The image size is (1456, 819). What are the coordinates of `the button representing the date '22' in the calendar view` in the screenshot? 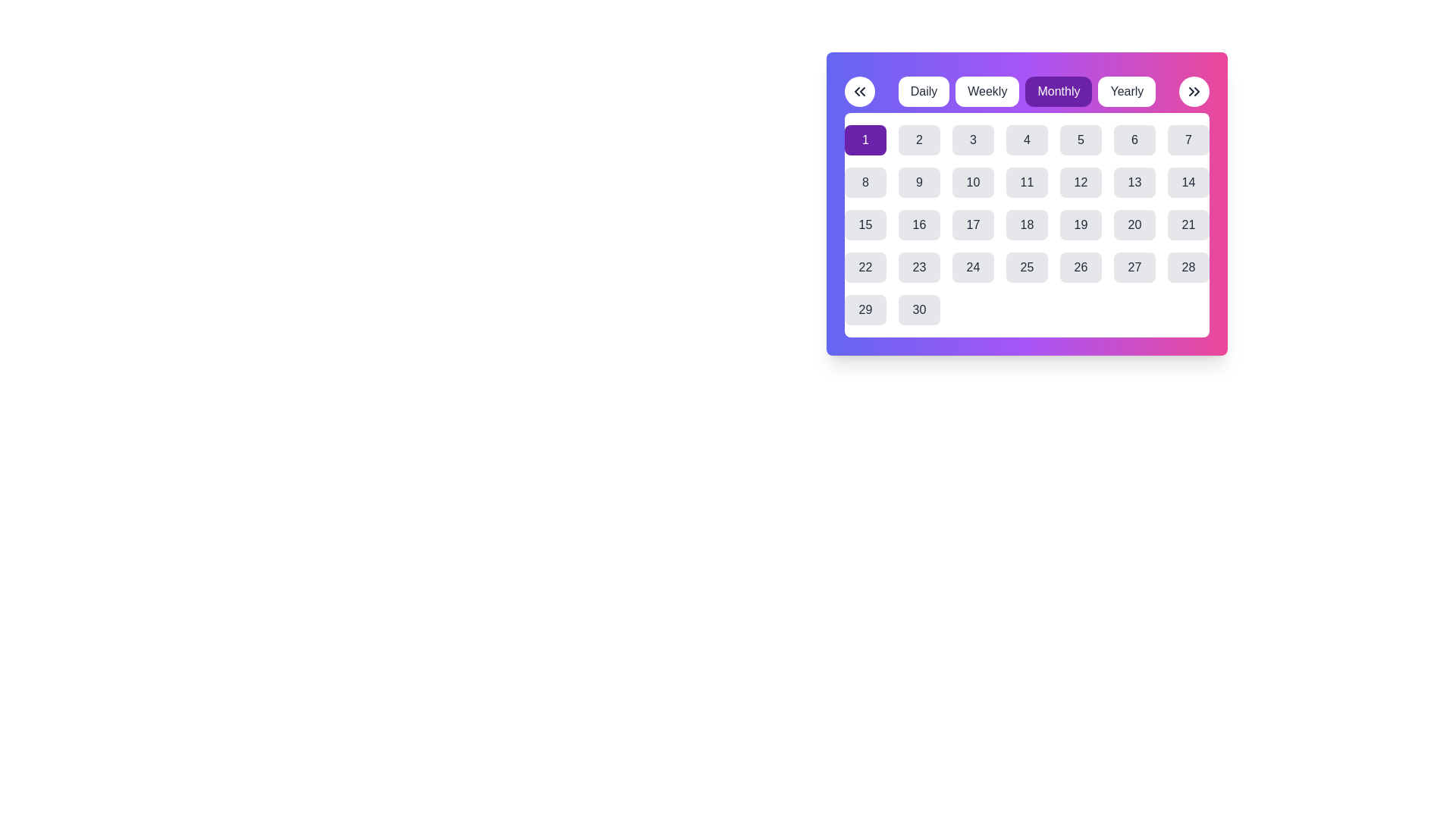 It's located at (865, 267).